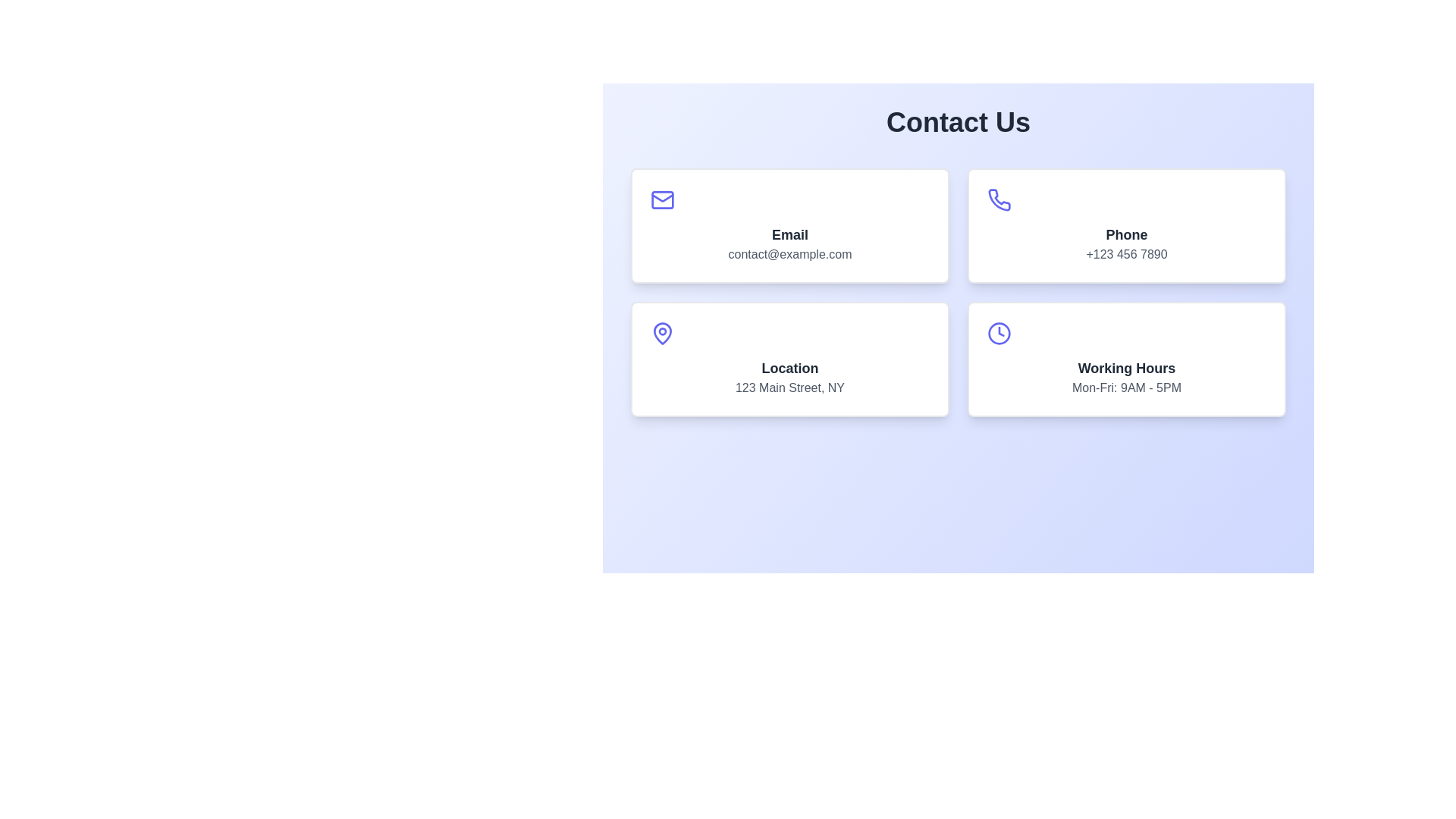 The image size is (1456, 819). Describe the element at coordinates (1127, 369) in the screenshot. I see `the text label that provides context for the working hours, positioned inside a white card at the bottom-right corner of the grid layout, above 'Mon-Fri: 9AM - 5PM' and to the right of a clock icon` at that location.